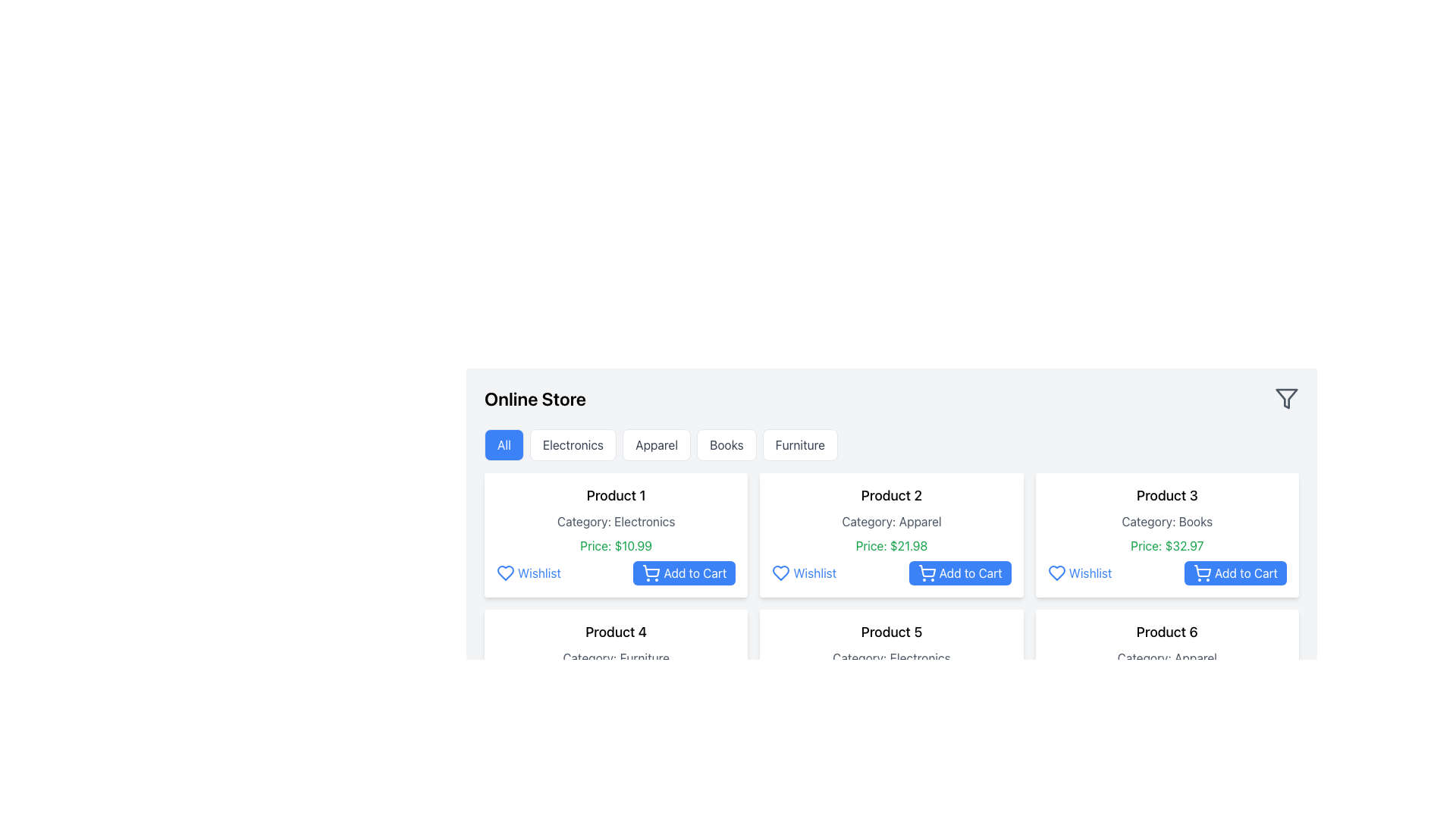 This screenshot has width=1456, height=819. What do you see at coordinates (892, 671) in the screenshot?
I see `the fifth product card in the grid layout` at bounding box center [892, 671].